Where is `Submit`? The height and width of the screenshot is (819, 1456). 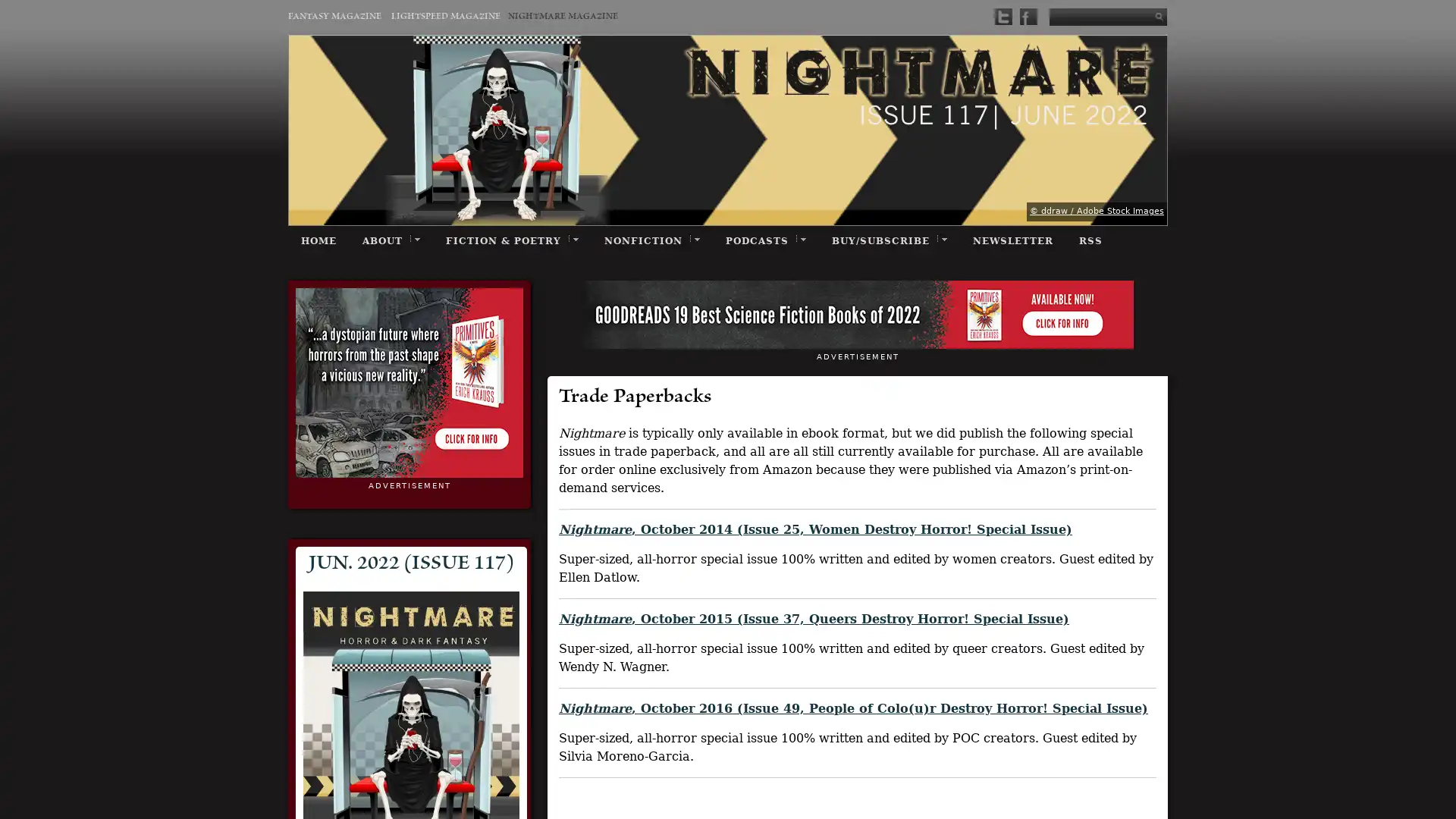
Submit is located at coordinates (1175, 16).